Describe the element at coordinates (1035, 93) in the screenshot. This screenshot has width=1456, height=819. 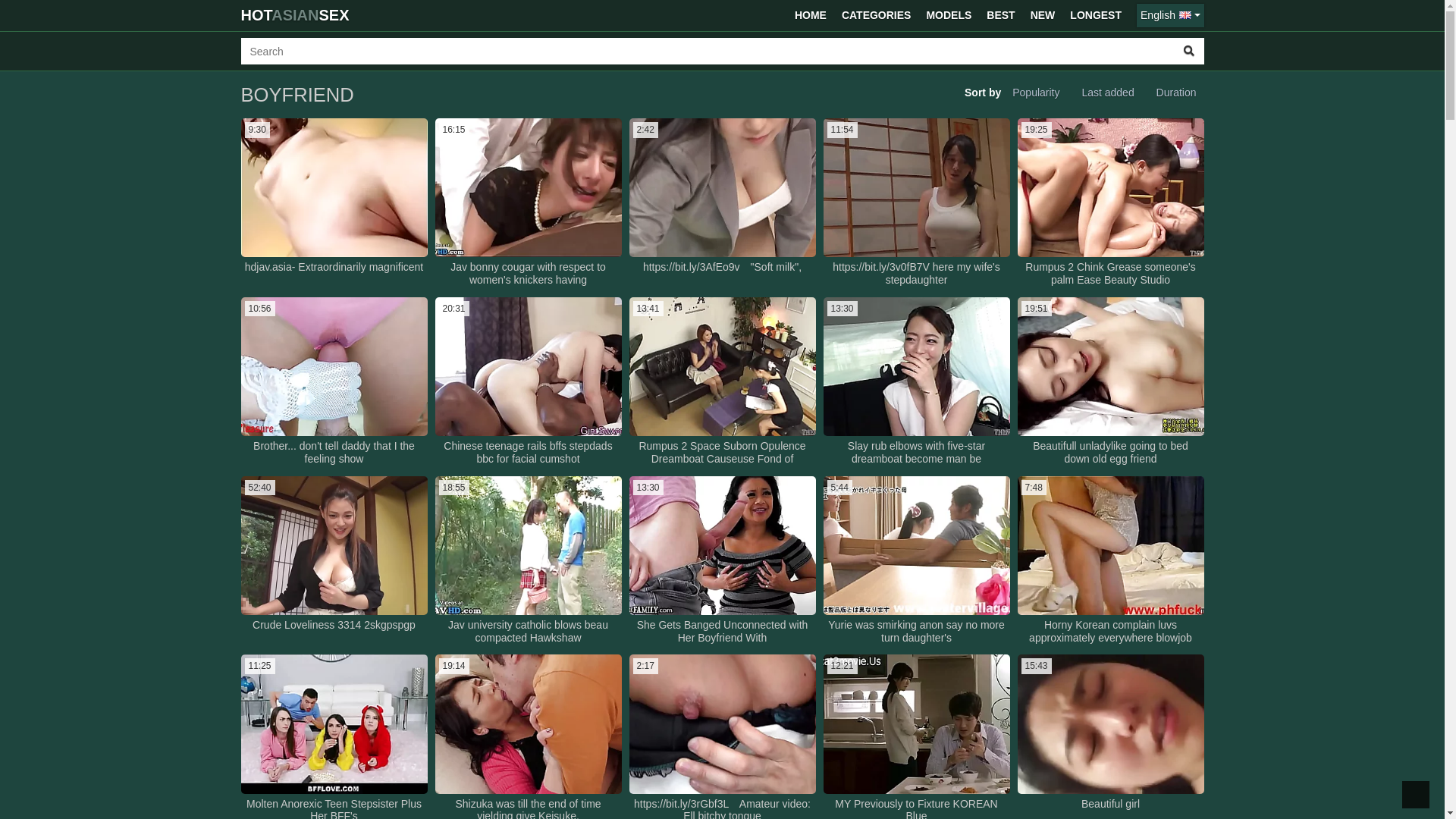
I see `'Popularity'` at that location.